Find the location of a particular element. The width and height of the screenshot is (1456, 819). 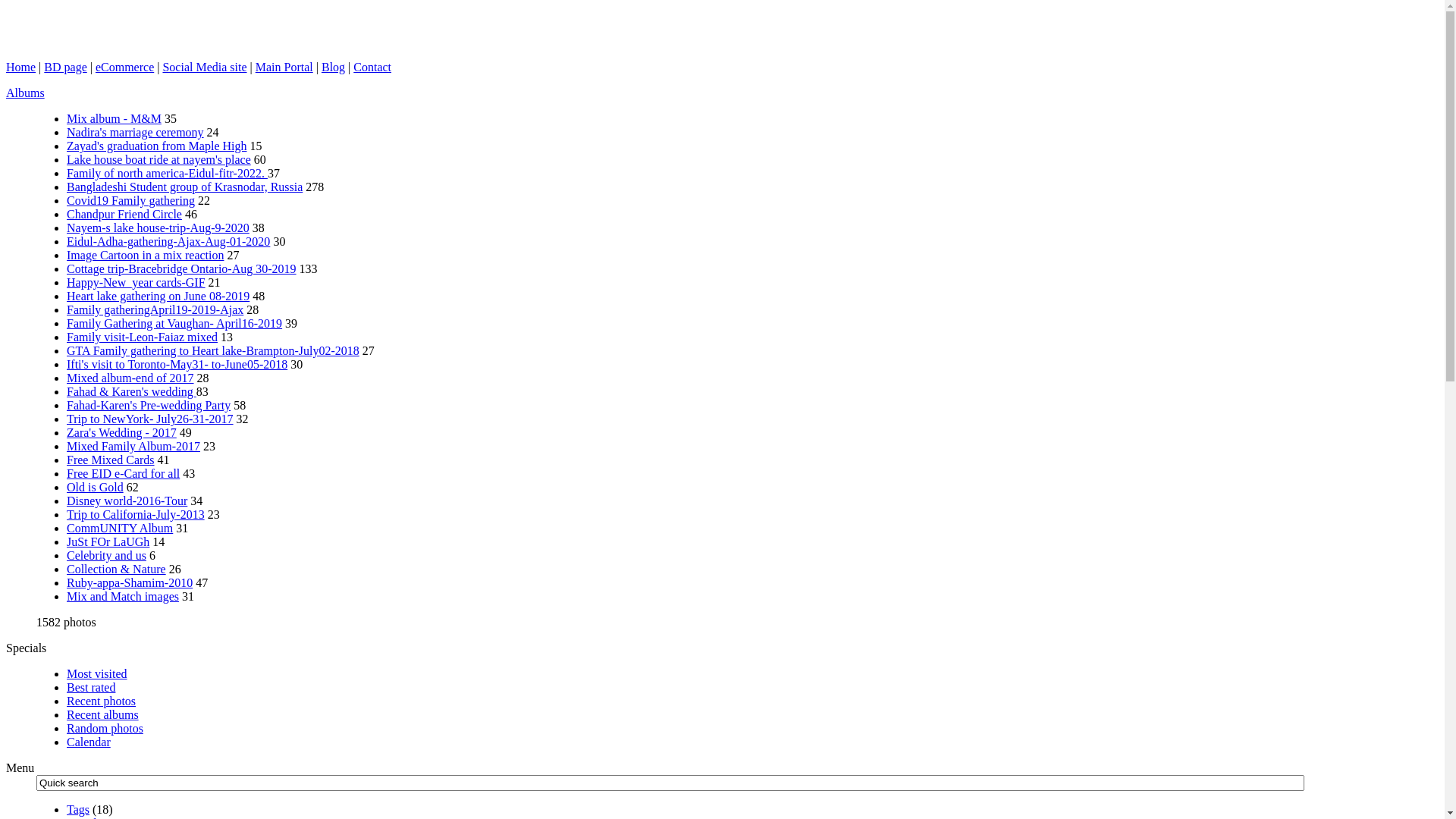

'Zayad's graduation from Maple High' is located at coordinates (156, 146).